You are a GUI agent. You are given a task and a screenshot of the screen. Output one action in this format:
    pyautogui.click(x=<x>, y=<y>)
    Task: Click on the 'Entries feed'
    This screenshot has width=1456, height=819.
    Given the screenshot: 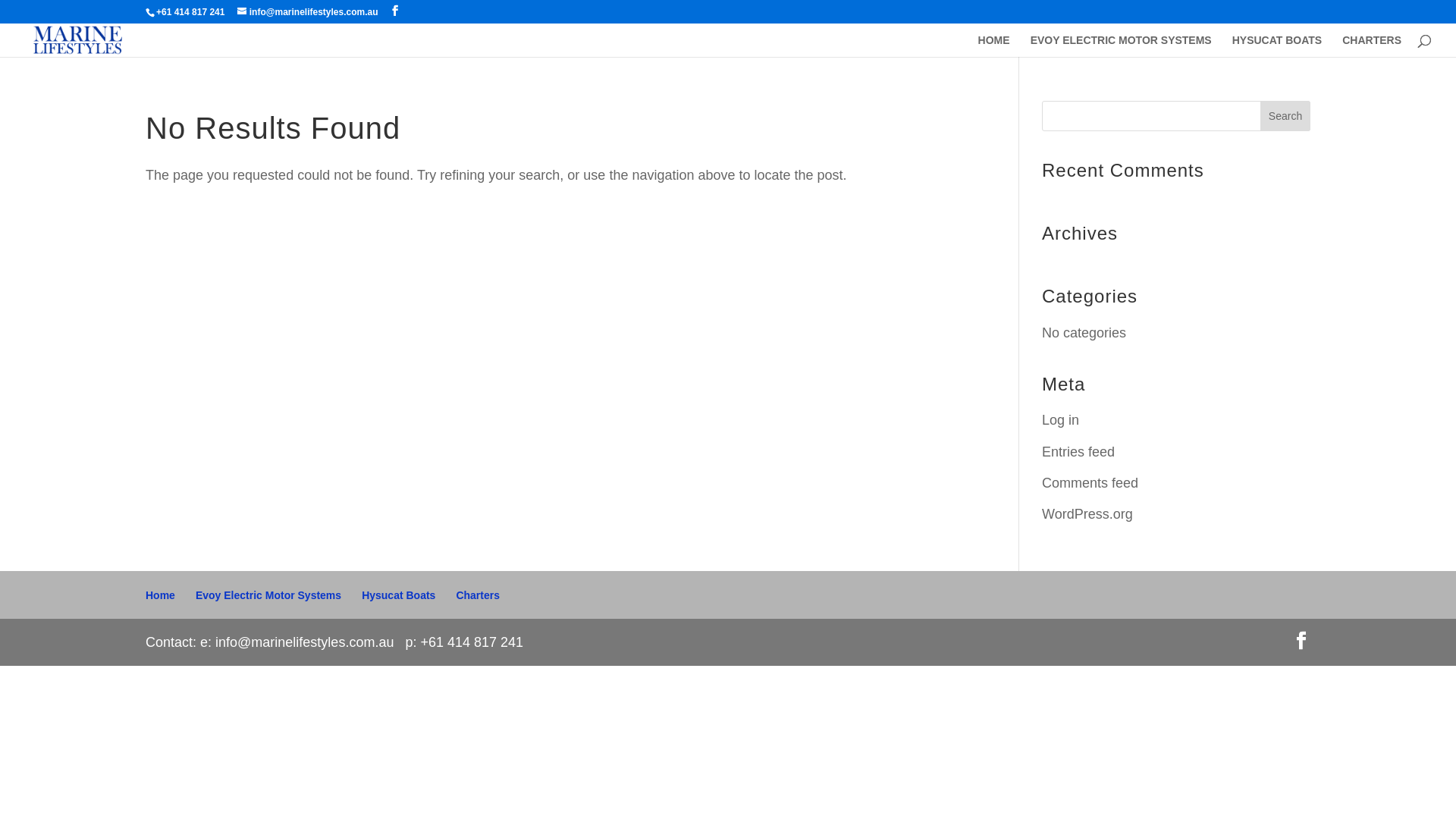 What is the action you would take?
    pyautogui.click(x=1077, y=451)
    